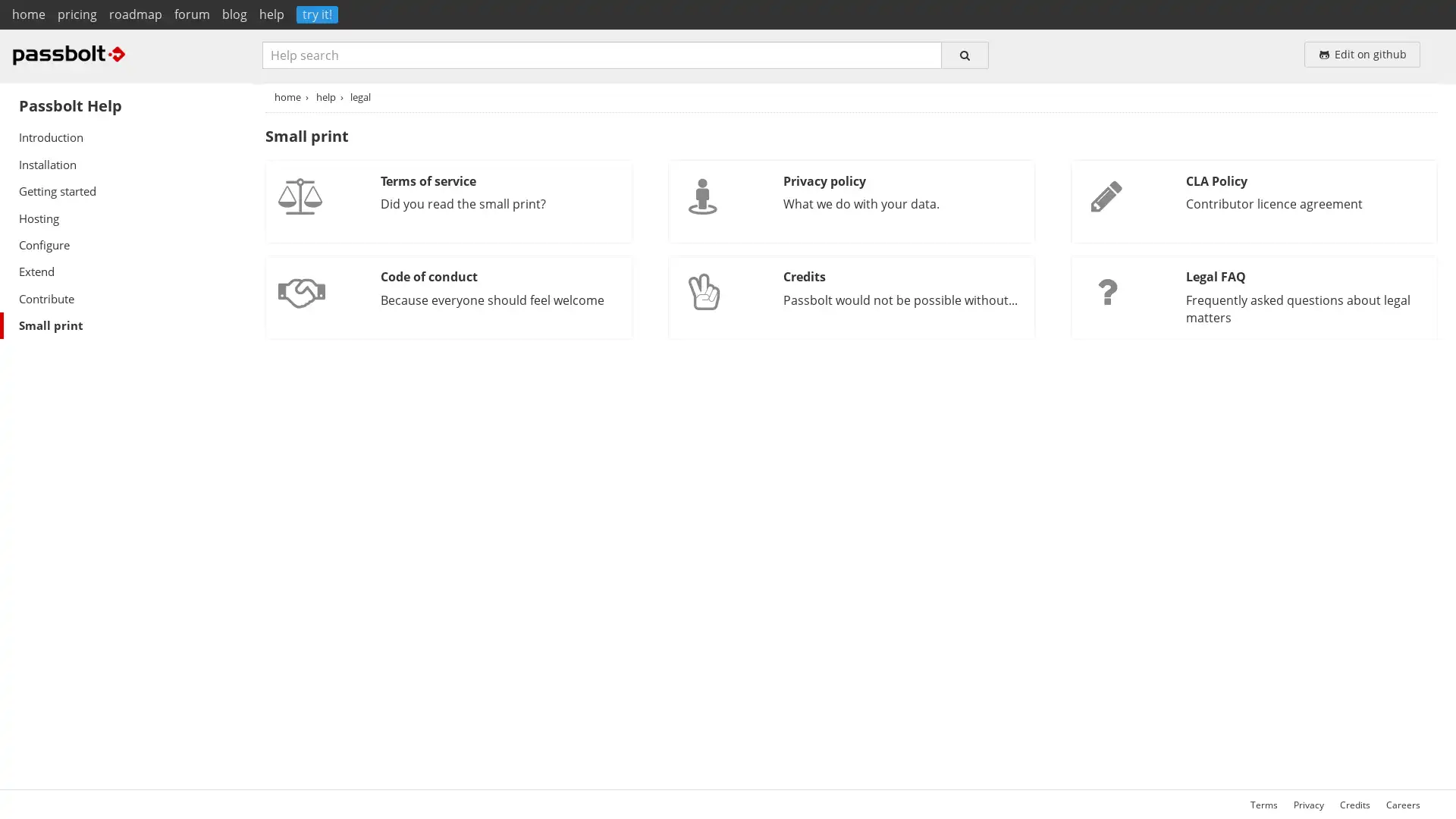  What do you see at coordinates (964, 54) in the screenshot?
I see `search` at bounding box center [964, 54].